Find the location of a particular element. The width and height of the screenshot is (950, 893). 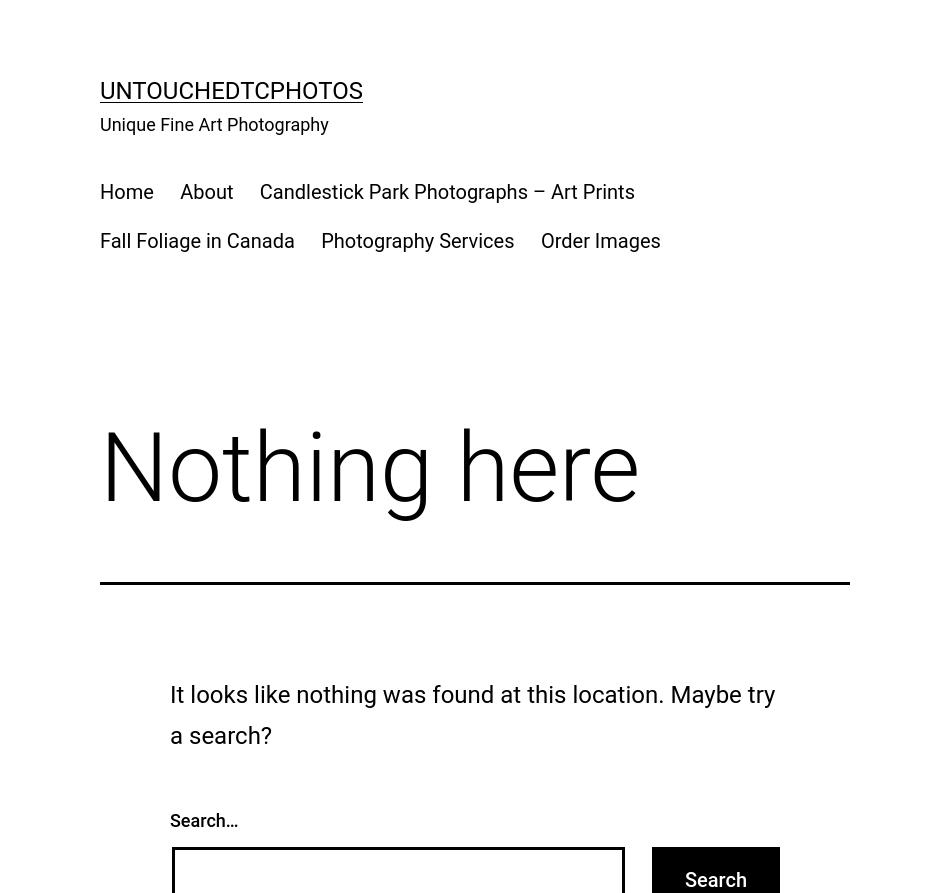

'Photography Services' is located at coordinates (416, 239).